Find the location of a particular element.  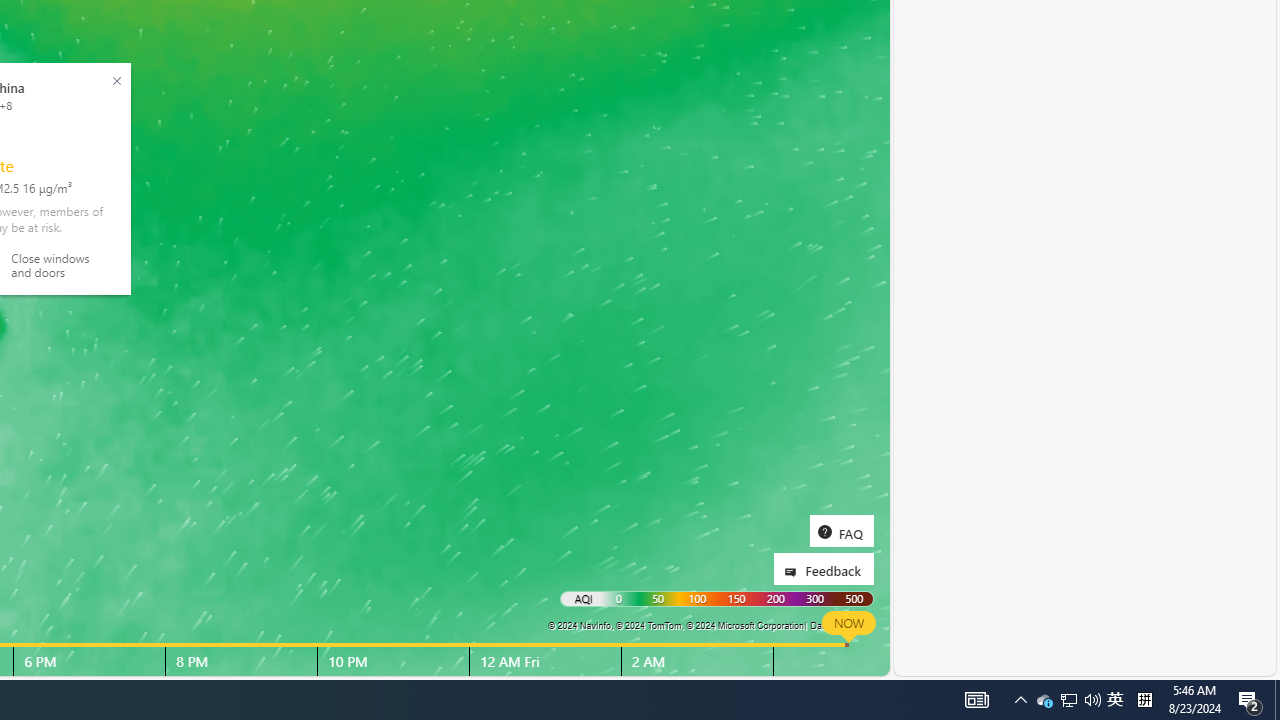

'FAQ' is located at coordinates (841, 530).